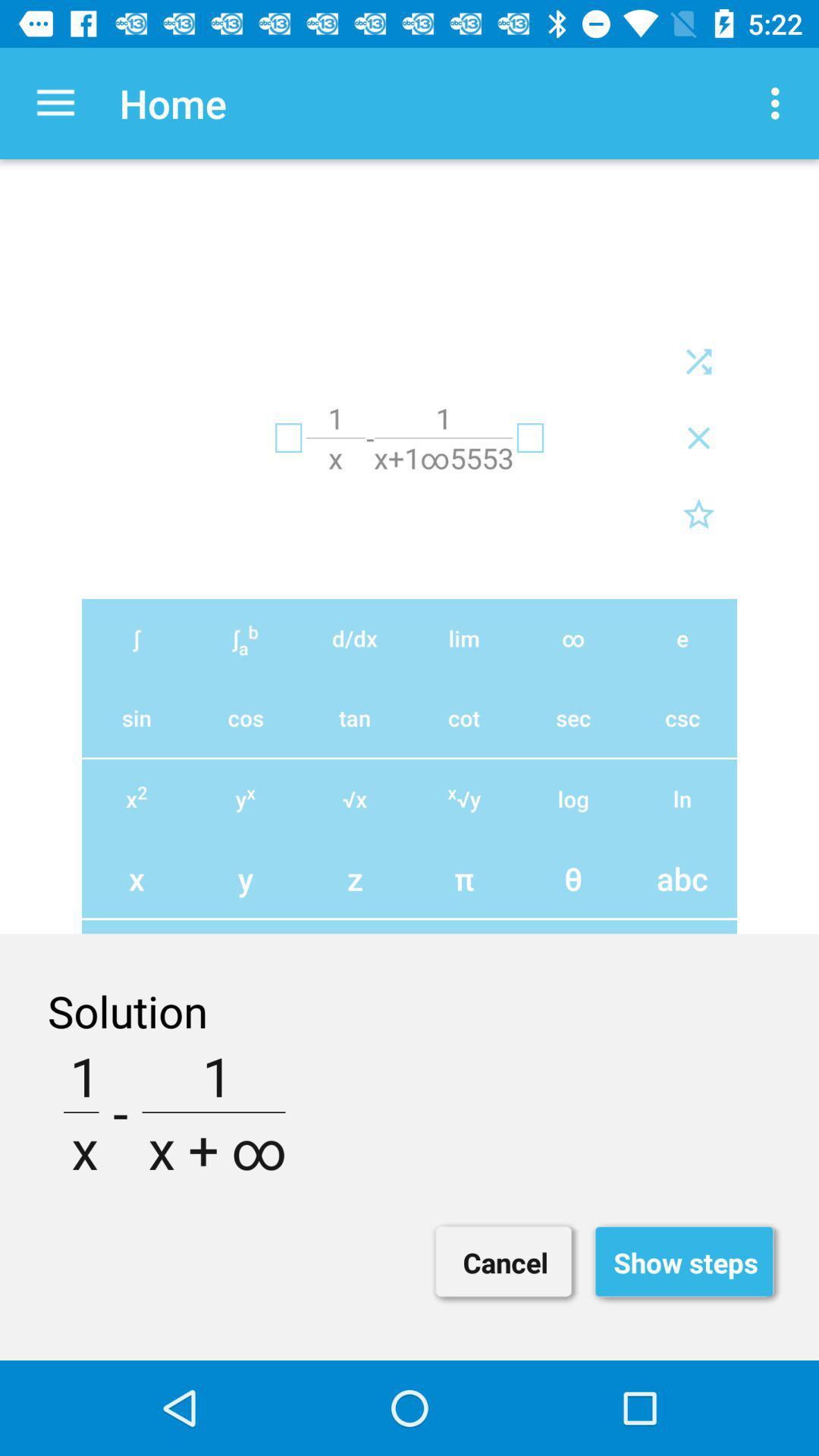  Describe the element at coordinates (698, 437) in the screenshot. I see `the close icon` at that location.